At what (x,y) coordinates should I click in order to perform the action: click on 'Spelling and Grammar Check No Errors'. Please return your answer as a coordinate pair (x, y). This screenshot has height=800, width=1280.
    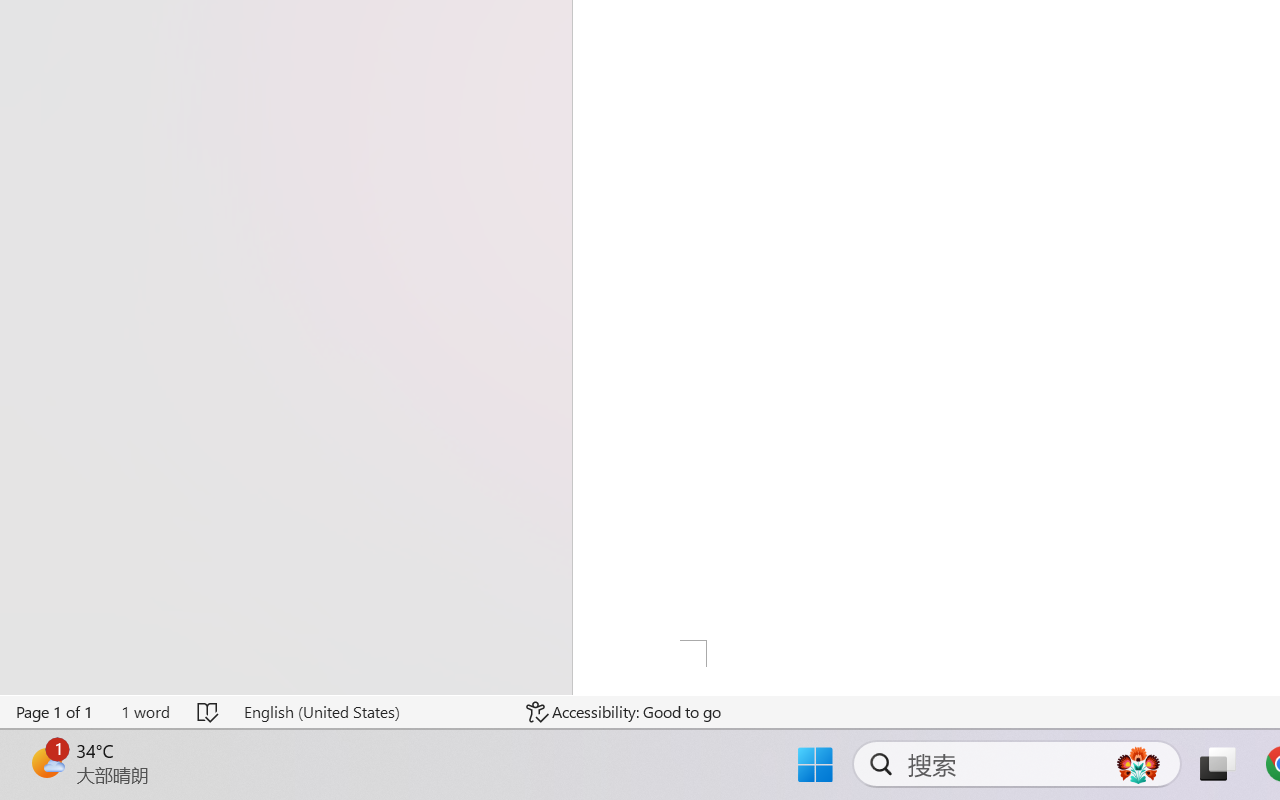
    Looking at the image, I should click on (209, 711).